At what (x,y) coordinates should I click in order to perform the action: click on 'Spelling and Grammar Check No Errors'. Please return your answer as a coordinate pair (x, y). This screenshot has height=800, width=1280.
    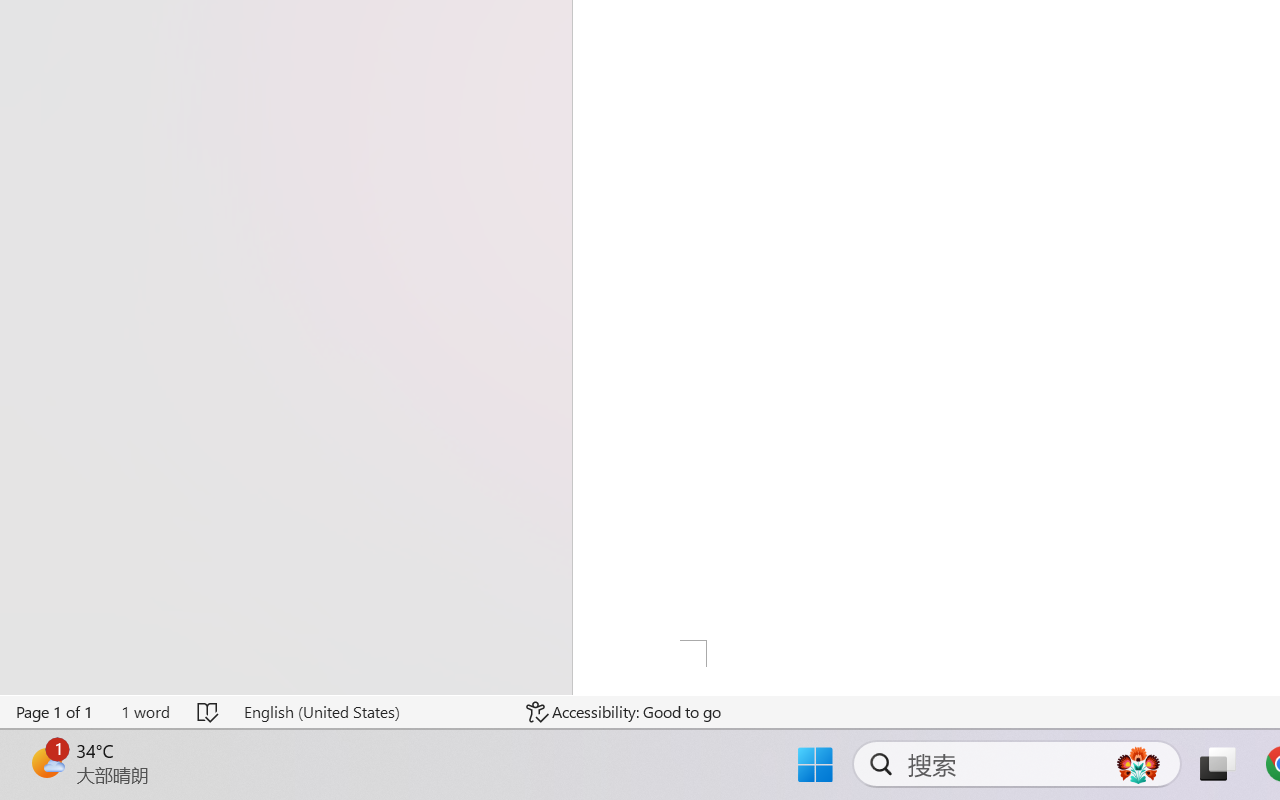
    Looking at the image, I should click on (209, 711).